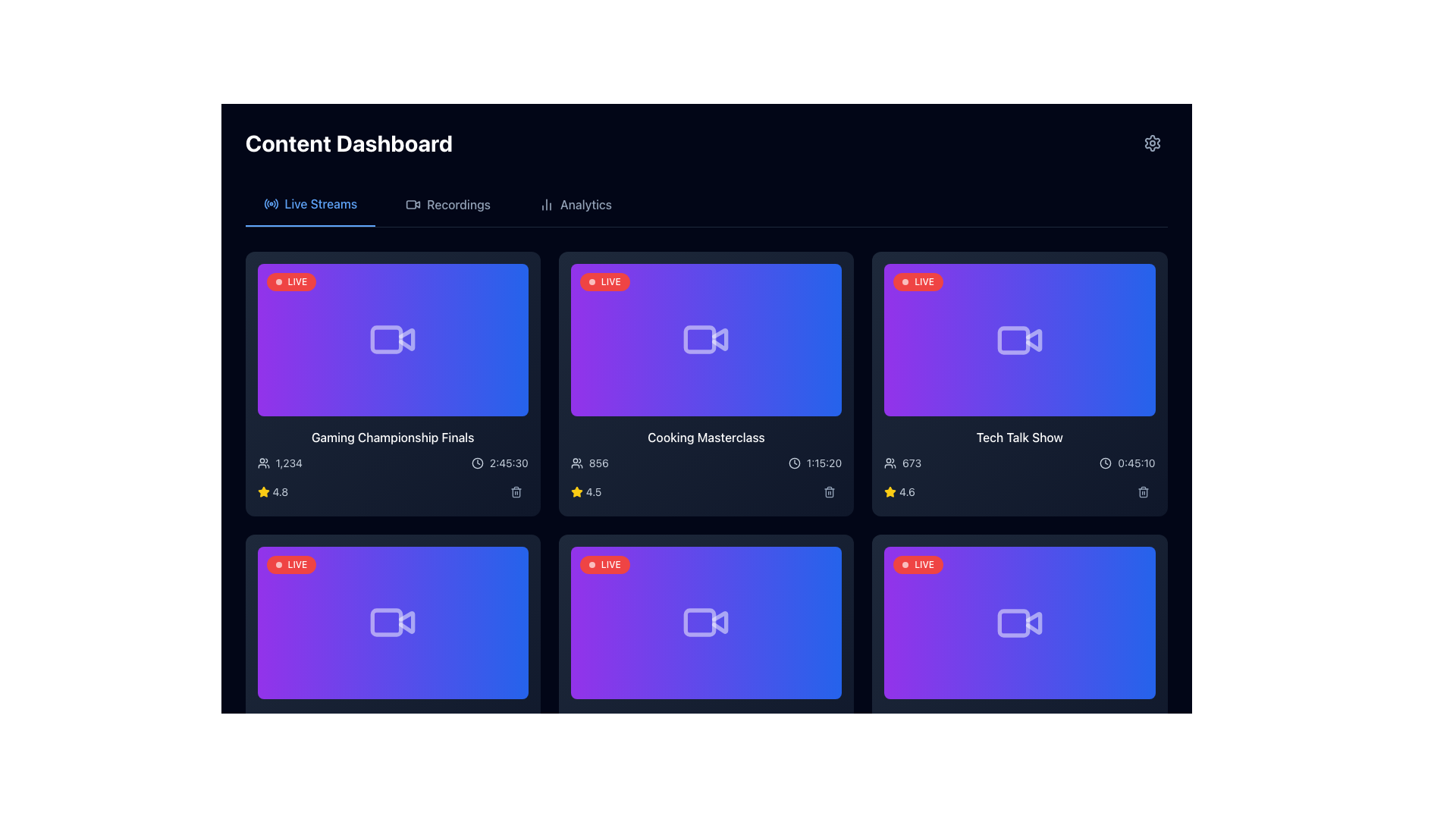 The height and width of the screenshot is (819, 1456). I want to click on the user icon, which is a small black outline of two human figures located near the bottom-left corner of the first card in the grid, just to the left of the numerical text '1,234', so click(263, 462).